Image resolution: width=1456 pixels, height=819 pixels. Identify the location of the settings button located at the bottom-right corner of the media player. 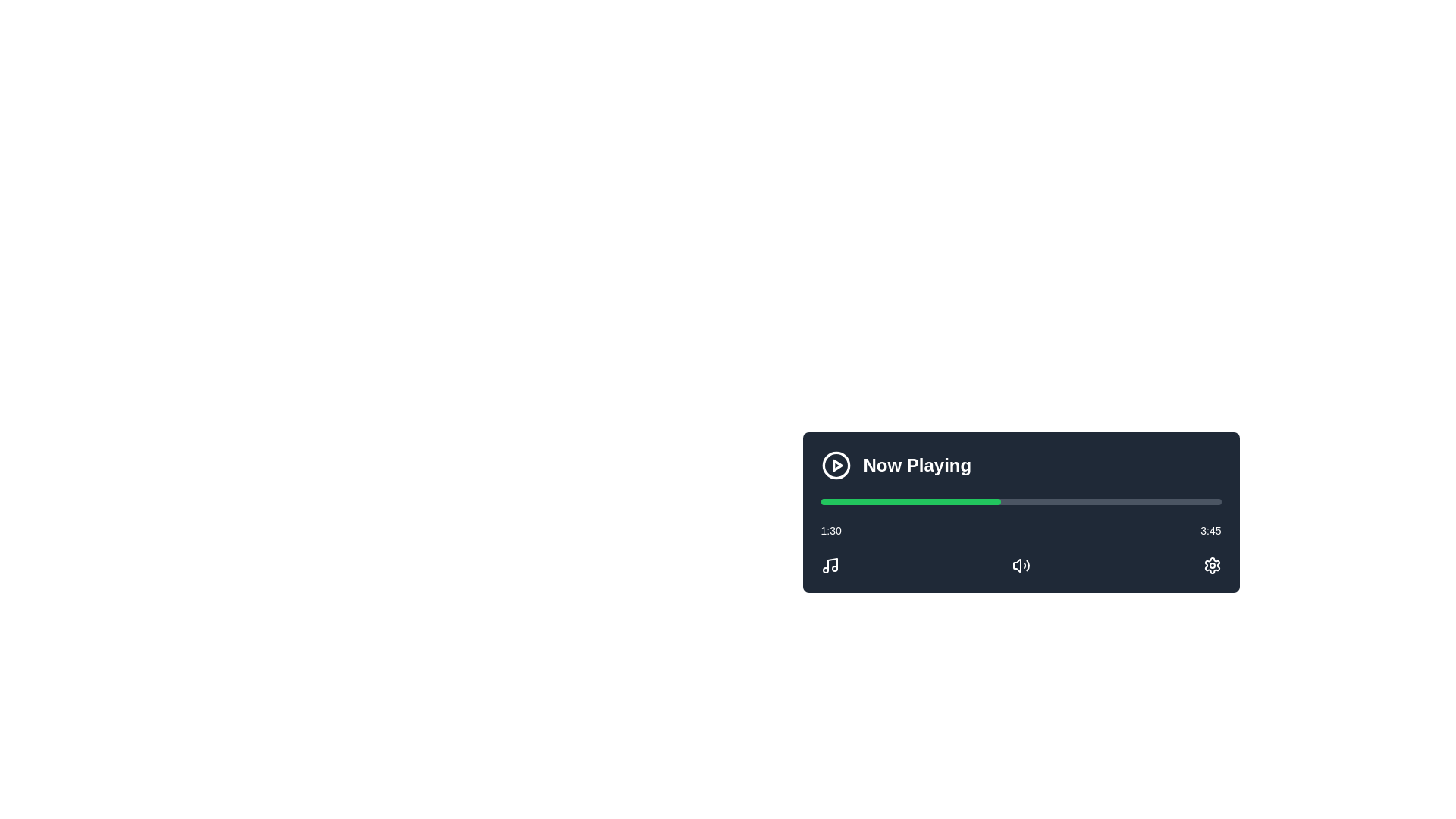
(1211, 565).